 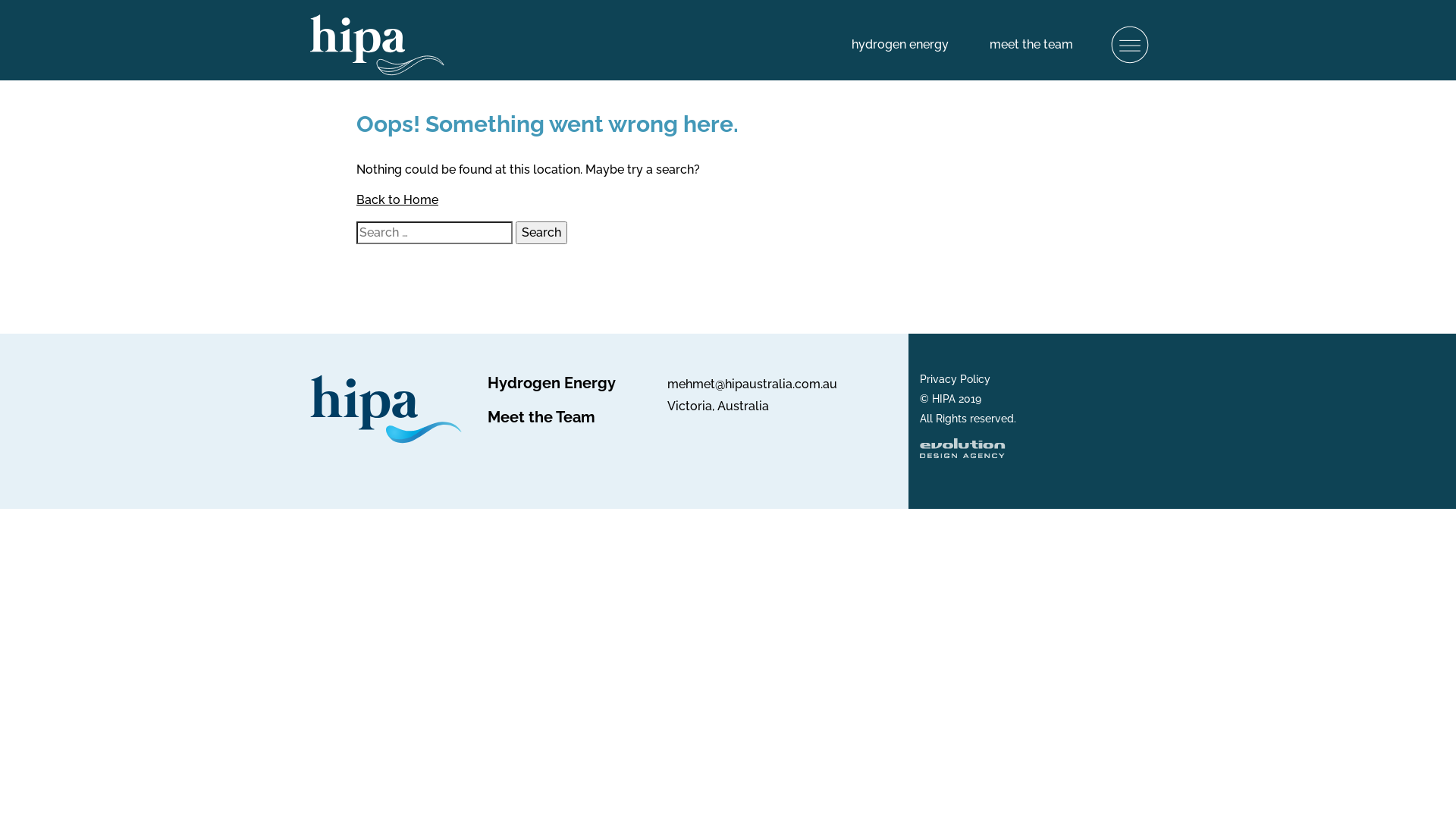 What do you see at coordinates (899, 43) in the screenshot?
I see `'hydrogen energy'` at bounding box center [899, 43].